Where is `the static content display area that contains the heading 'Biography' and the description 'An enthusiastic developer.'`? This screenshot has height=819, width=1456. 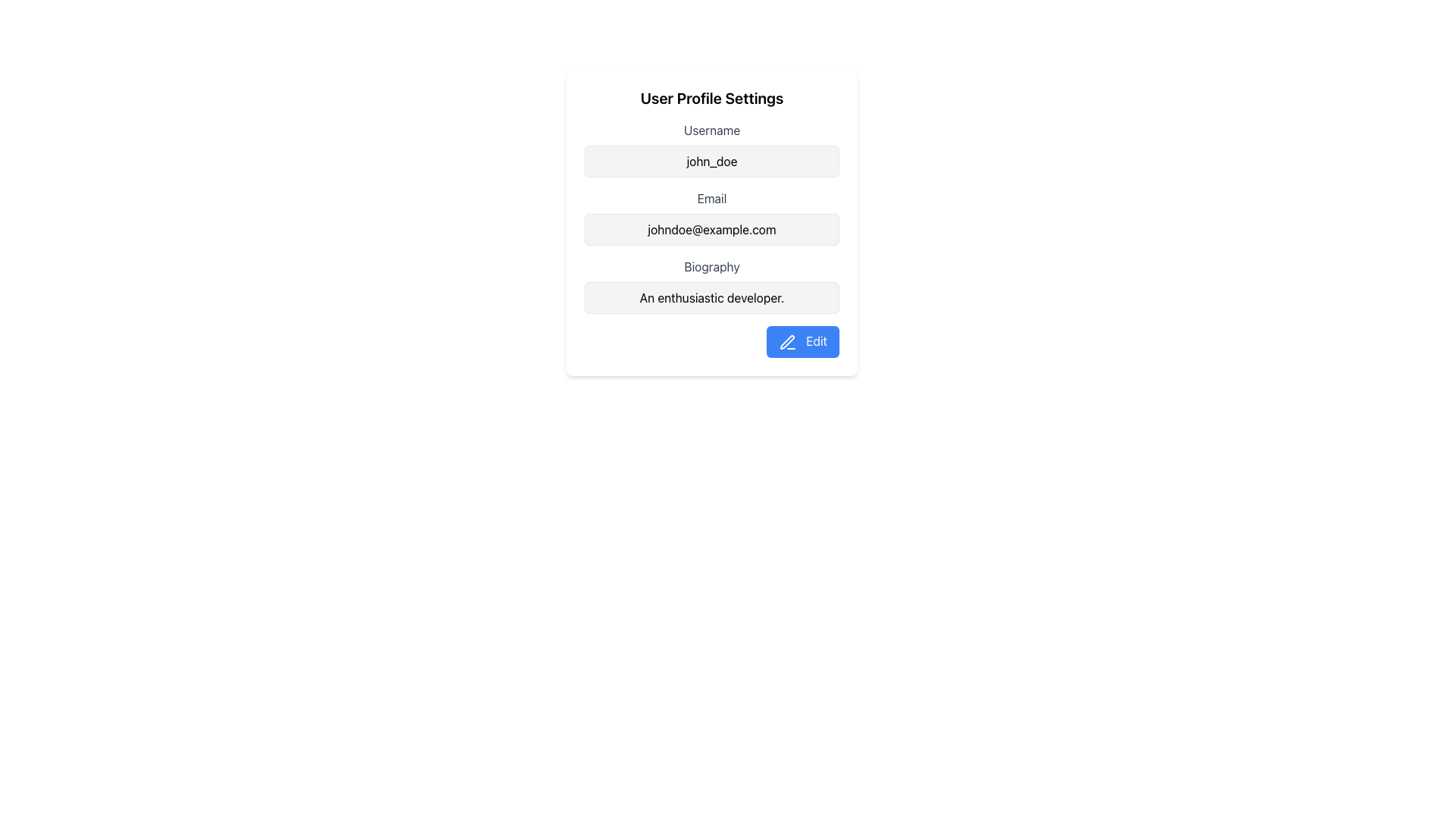
the static content display area that contains the heading 'Biography' and the description 'An enthusiastic developer.' is located at coordinates (711, 286).